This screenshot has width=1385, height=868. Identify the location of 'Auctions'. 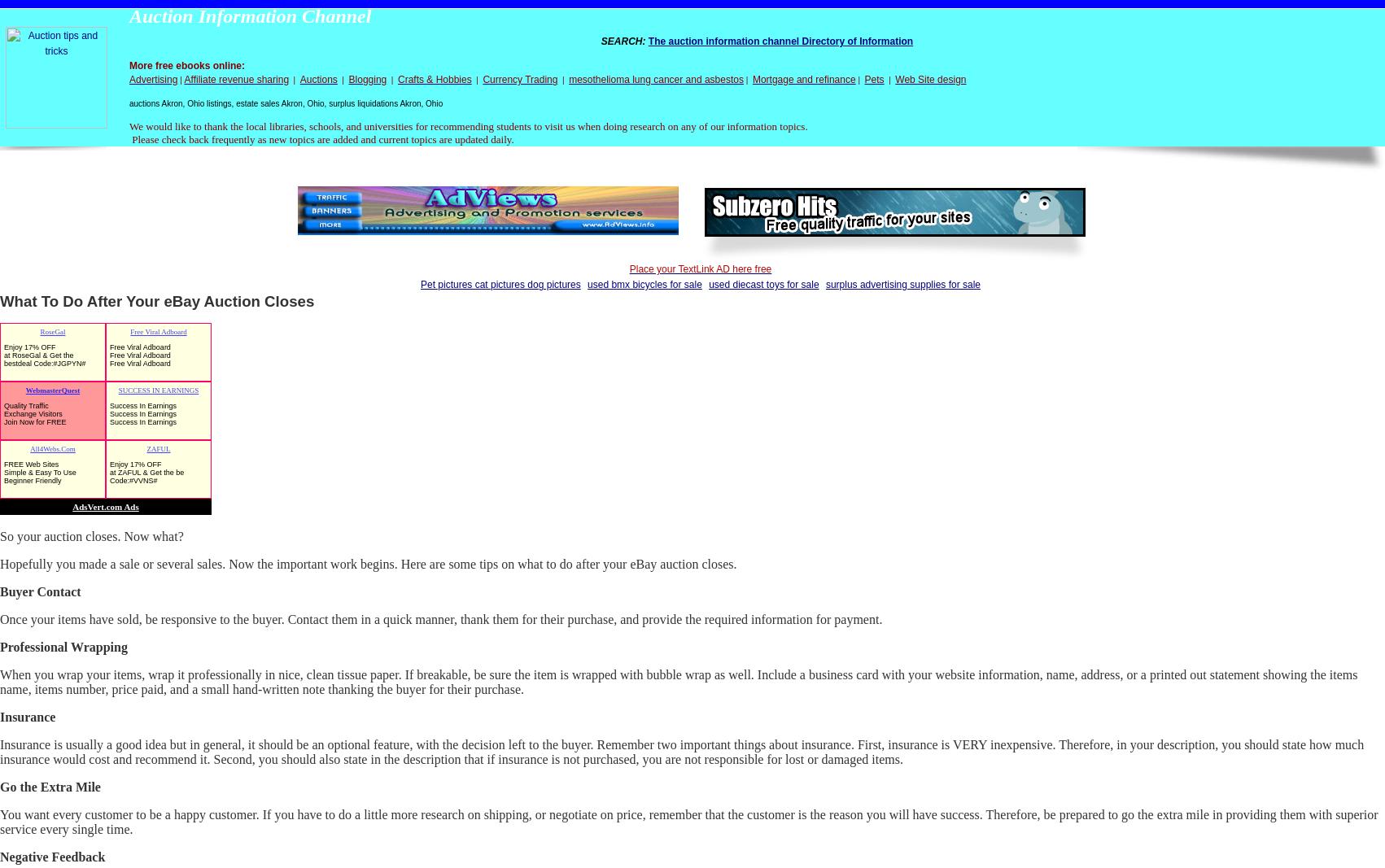
(317, 78).